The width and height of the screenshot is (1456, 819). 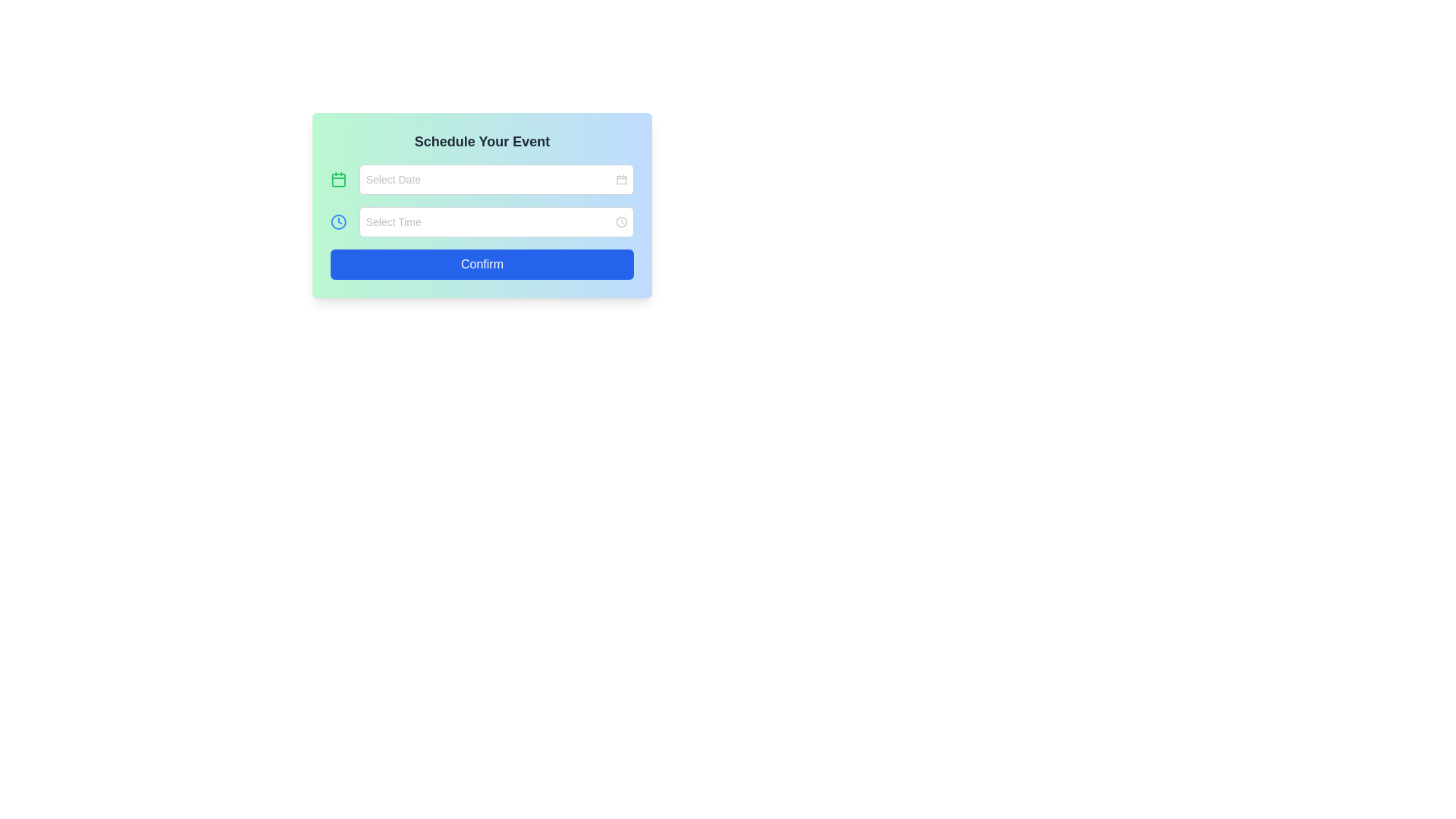 What do you see at coordinates (481, 200) in the screenshot?
I see `the 'Select Date' input box in the Form Section of the 'Schedule Your Event' card` at bounding box center [481, 200].